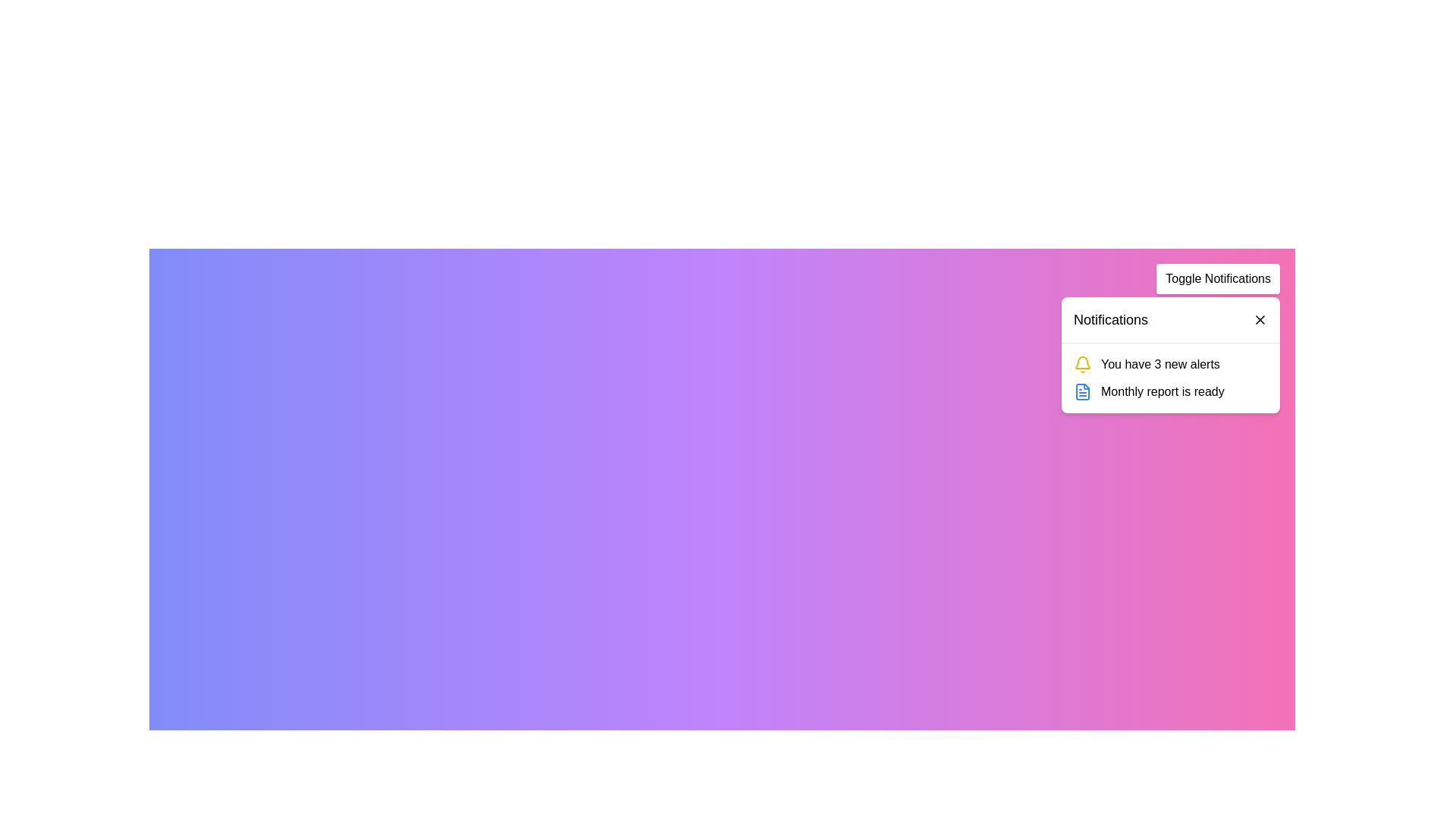 This screenshot has height=819, width=1456. What do you see at coordinates (1082, 362) in the screenshot?
I see `the bell-shaped notification icon located at the top-right corner of the view, which signifies new or unread updates` at bounding box center [1082, 362].